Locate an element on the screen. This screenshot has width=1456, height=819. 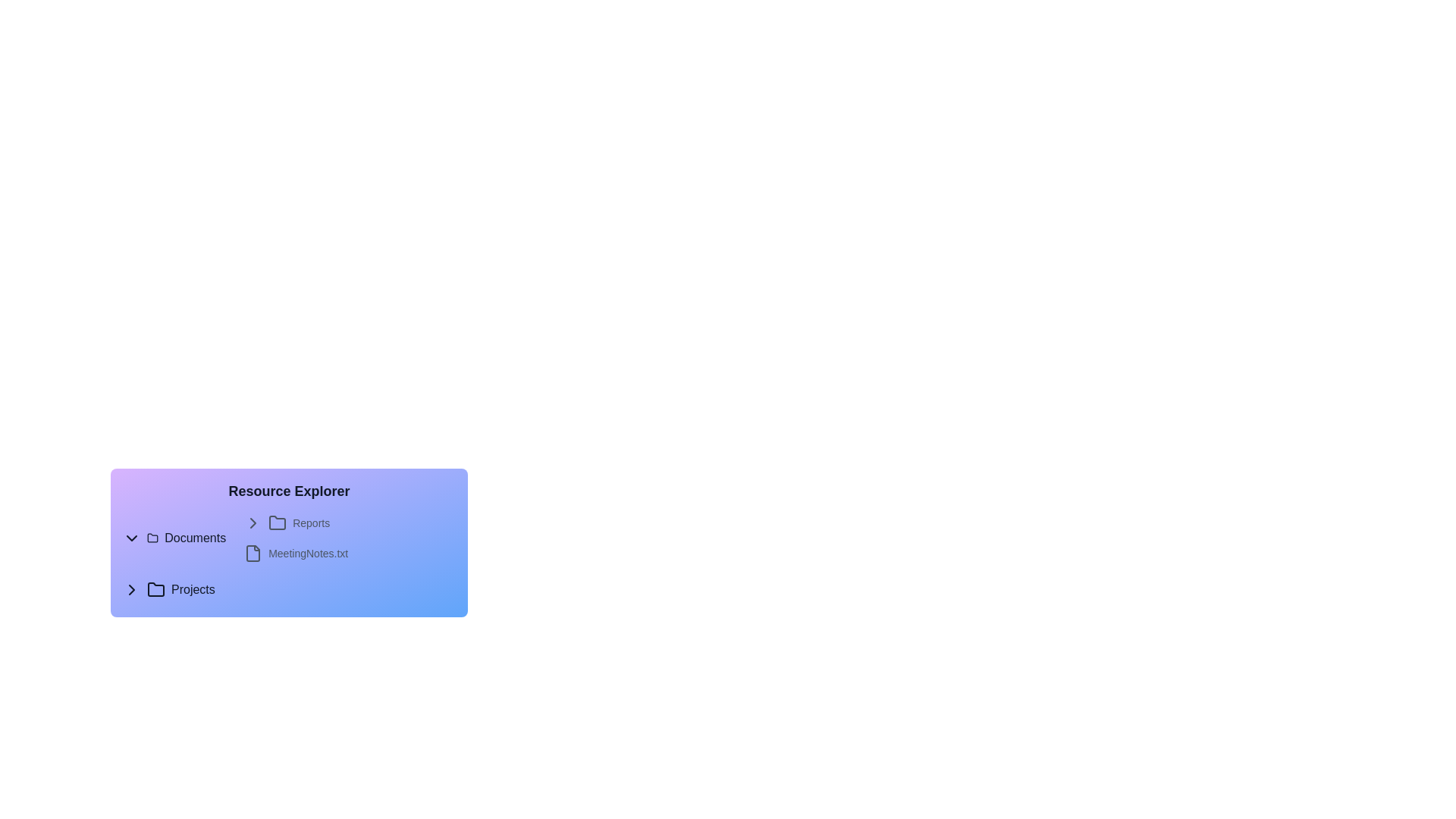
the Dropdown toggle icon is located at coordinates (131, 537).